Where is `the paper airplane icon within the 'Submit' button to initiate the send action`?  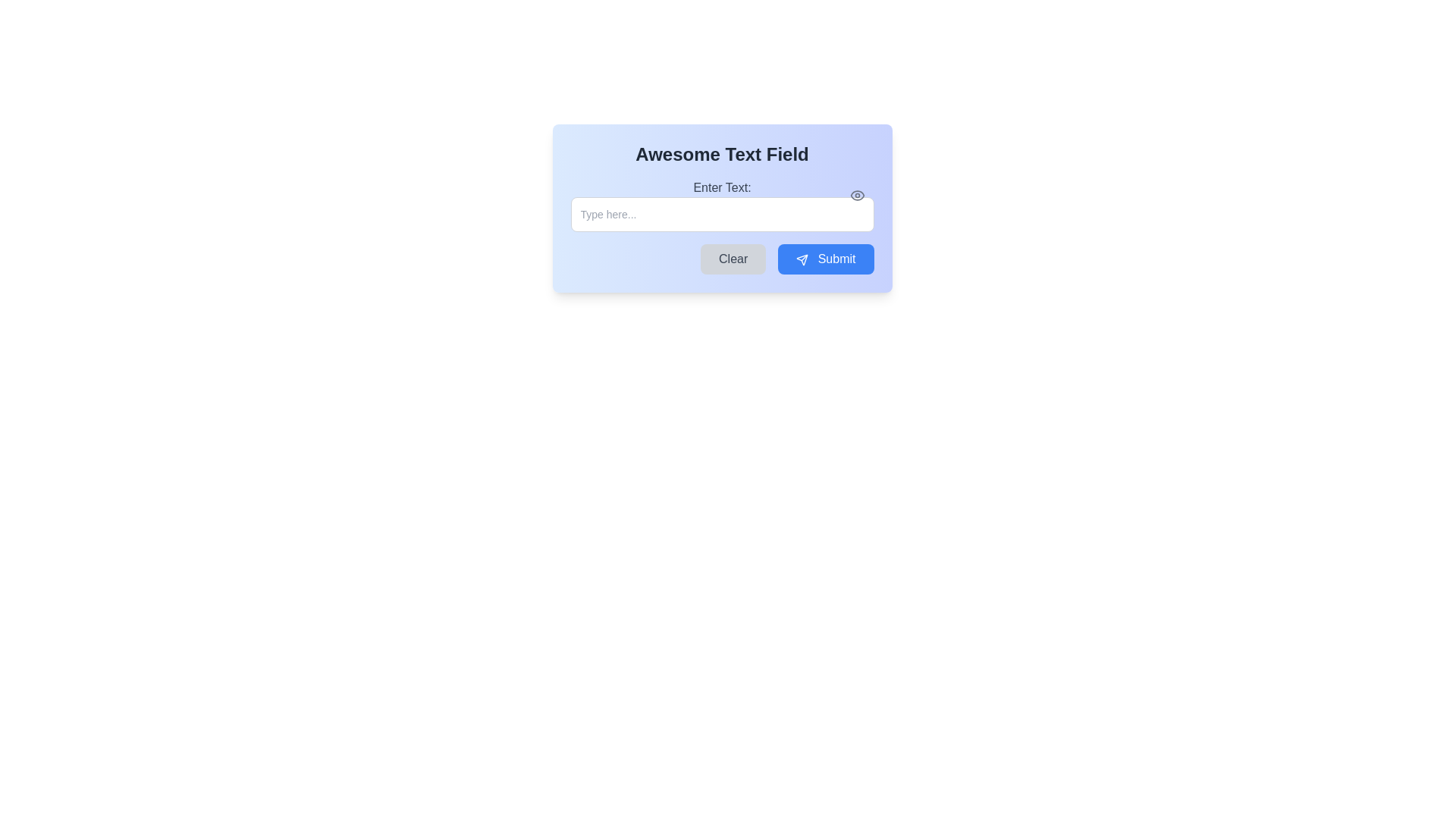
the paper airplane icon within the 'Submit' button to initiate the send action is located at coordinates (801, 259).